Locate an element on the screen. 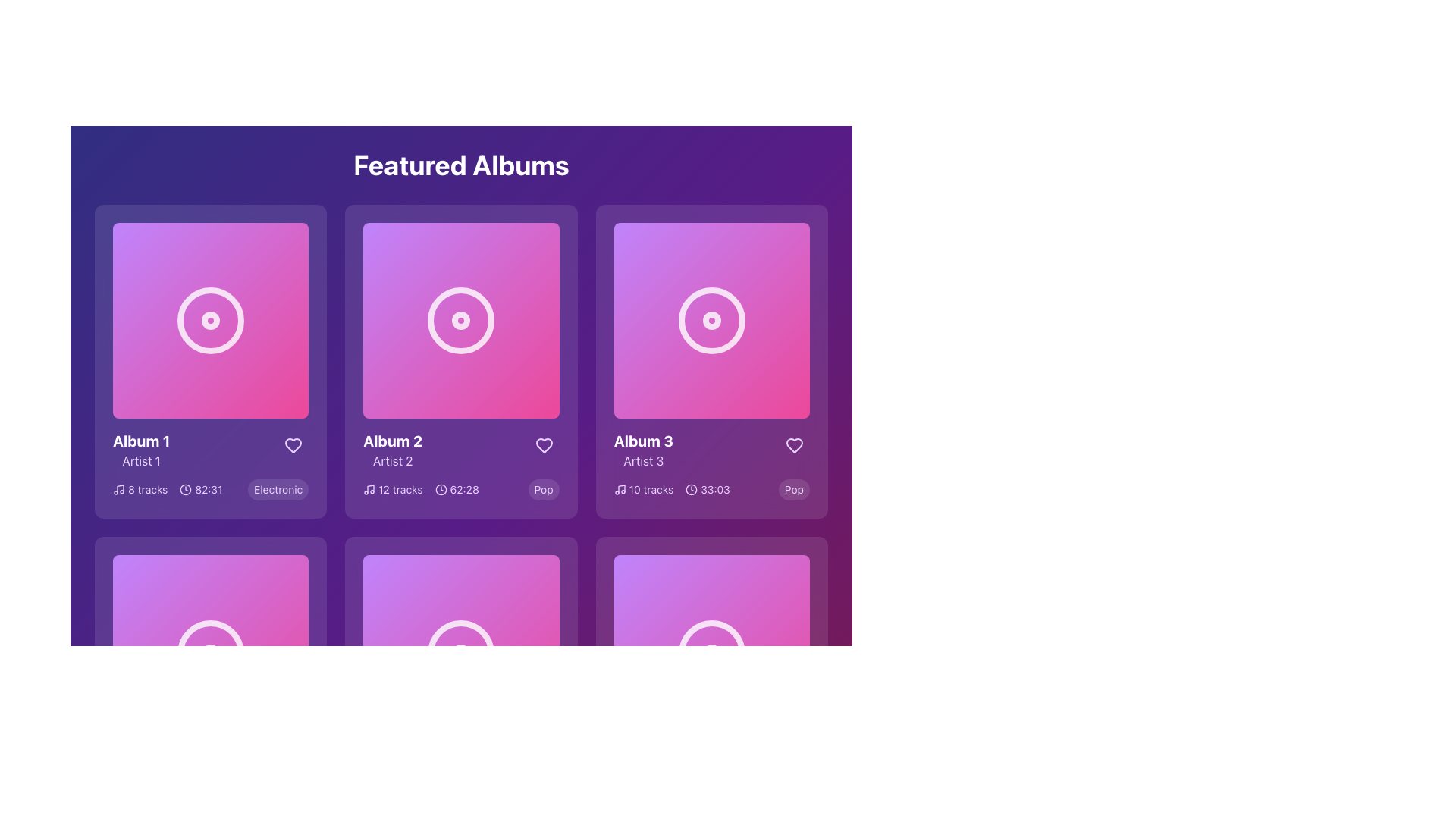  the time display element located at the bottom right corner of the 'Album 3' card, positioned below '10 tracks' and to the left of the 'Pop' tag is located at coordinates (707, 490).